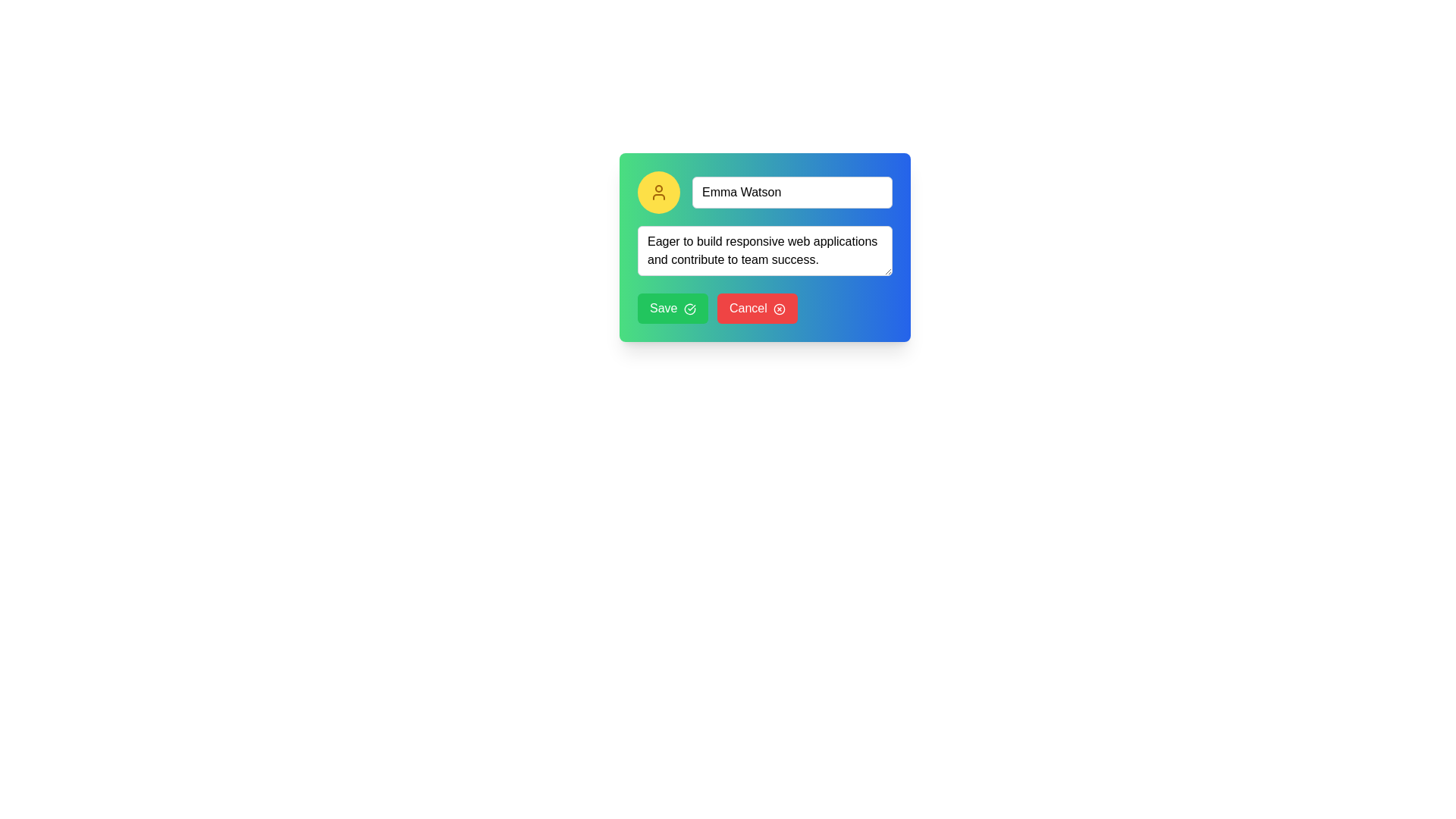  What do you see at coordinates (780, 308) in the screenshot?
I see `the circular graphic element that serves as the base of the cancel button located at the bottom-right of the user details form` at bounding box center [780, 308].